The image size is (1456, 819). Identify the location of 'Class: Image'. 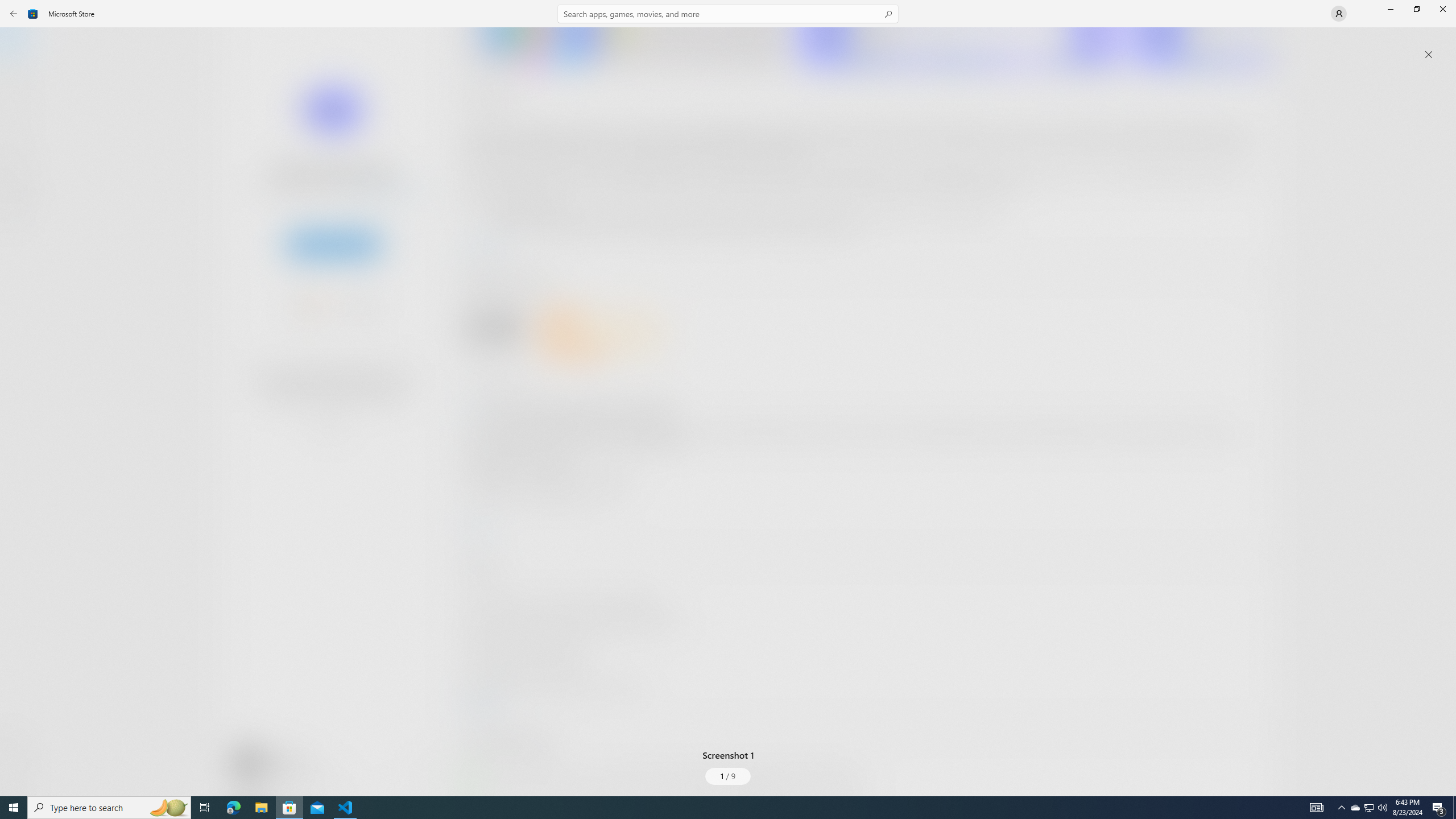
(32, 13).